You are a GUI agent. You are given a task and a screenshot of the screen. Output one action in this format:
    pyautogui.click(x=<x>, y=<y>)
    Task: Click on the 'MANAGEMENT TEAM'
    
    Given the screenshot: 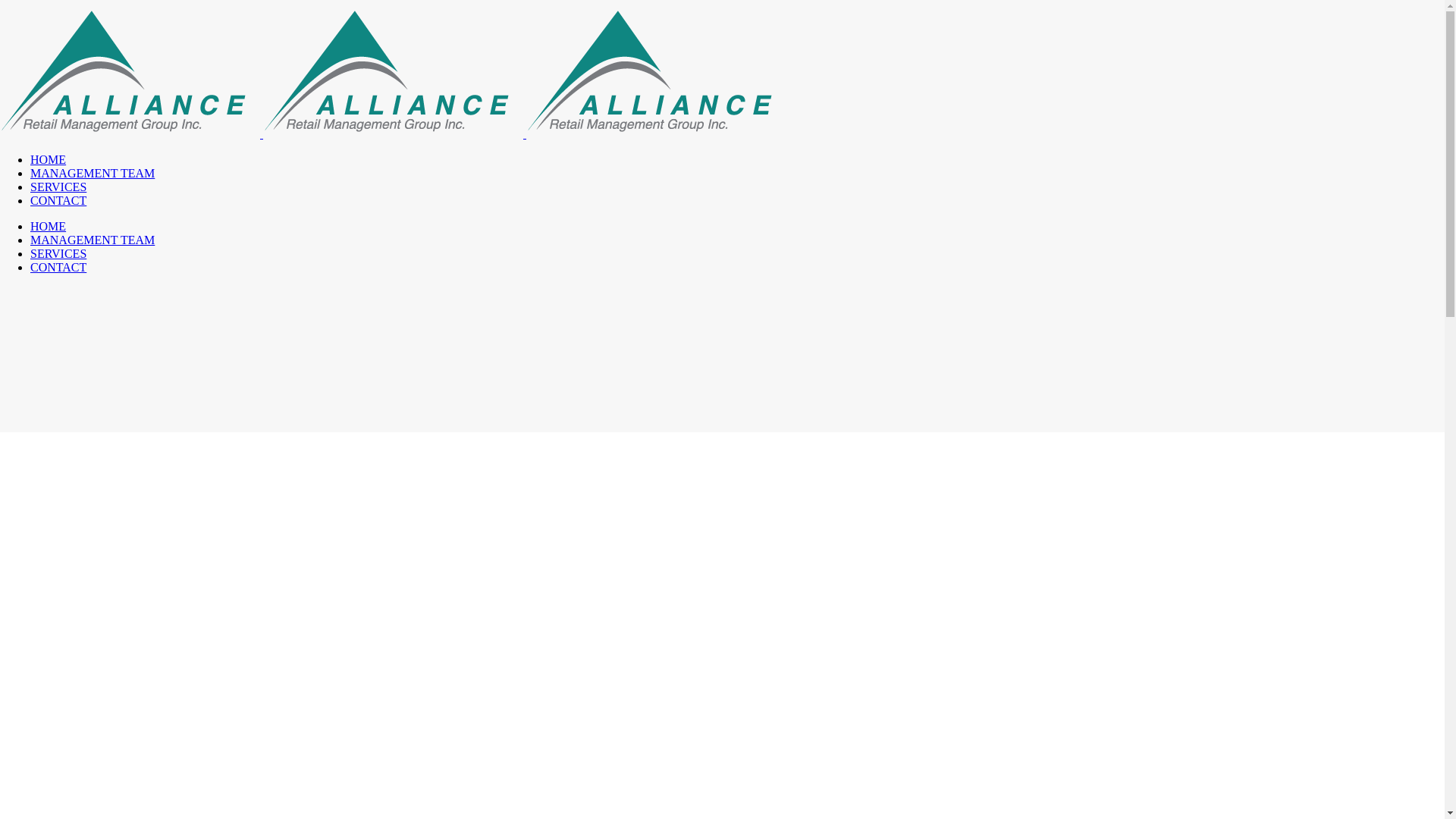 What is the action you would take?
    pyautogui.click(x=91, y=239)
    